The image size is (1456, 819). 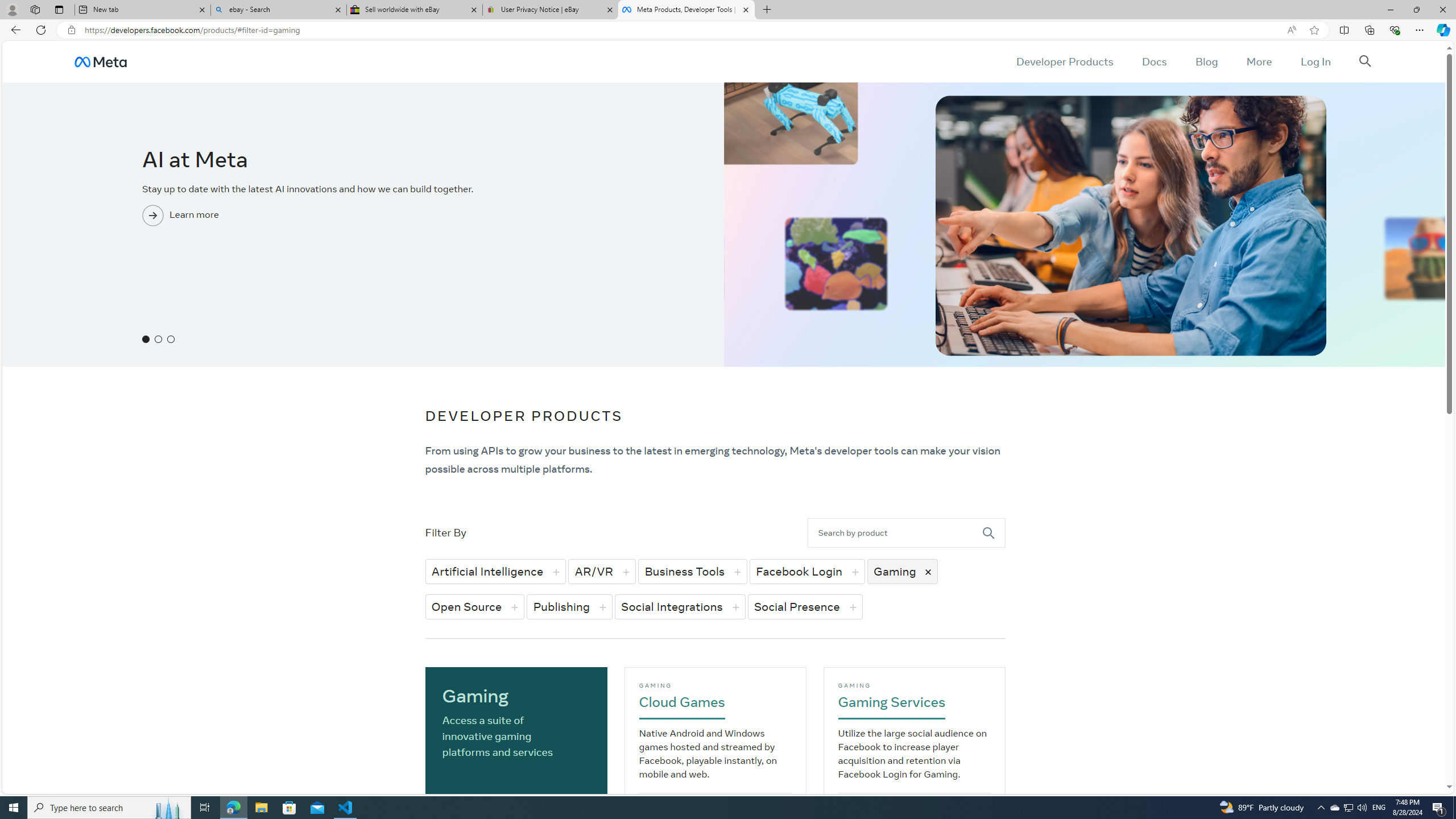 What do you see at coordinates (170, 338) in the screenshot?
I see `'Show slide 3'` at bounding box center [170, 338].